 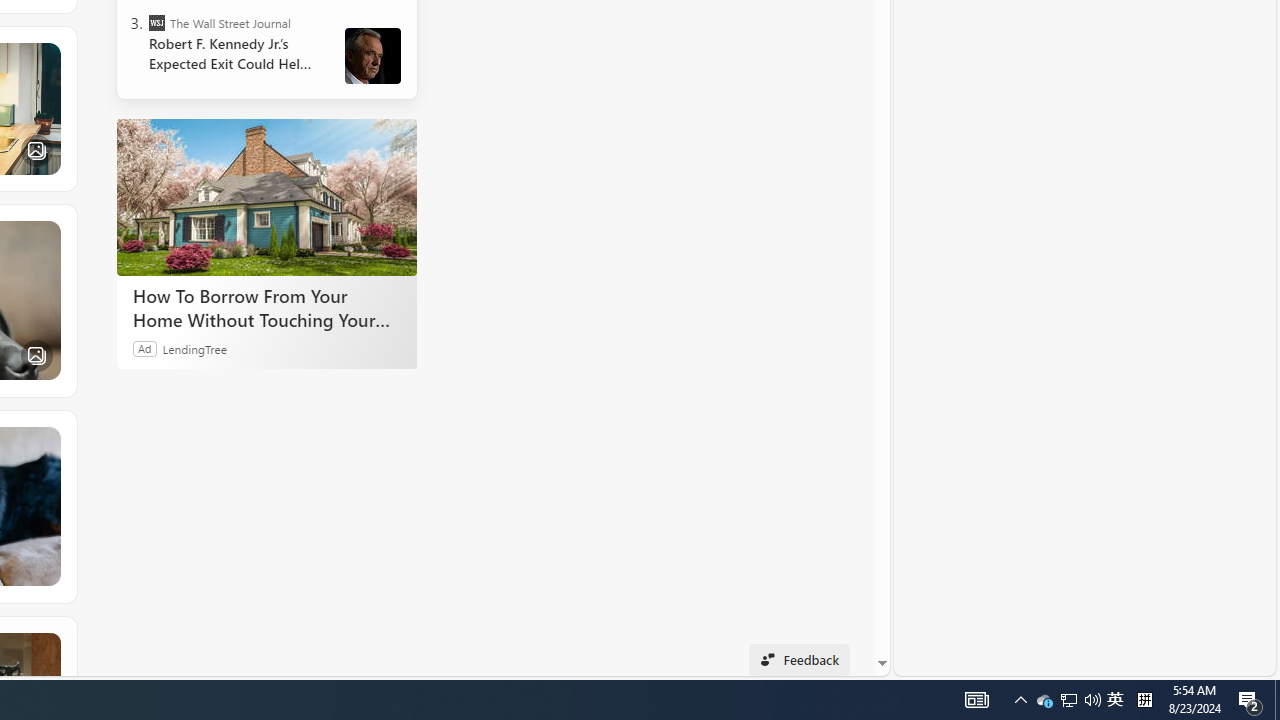 What do you see at coordinates (798, 659) in the screenshot?
I see `'Feedback'` at bounding box center [798, 659].